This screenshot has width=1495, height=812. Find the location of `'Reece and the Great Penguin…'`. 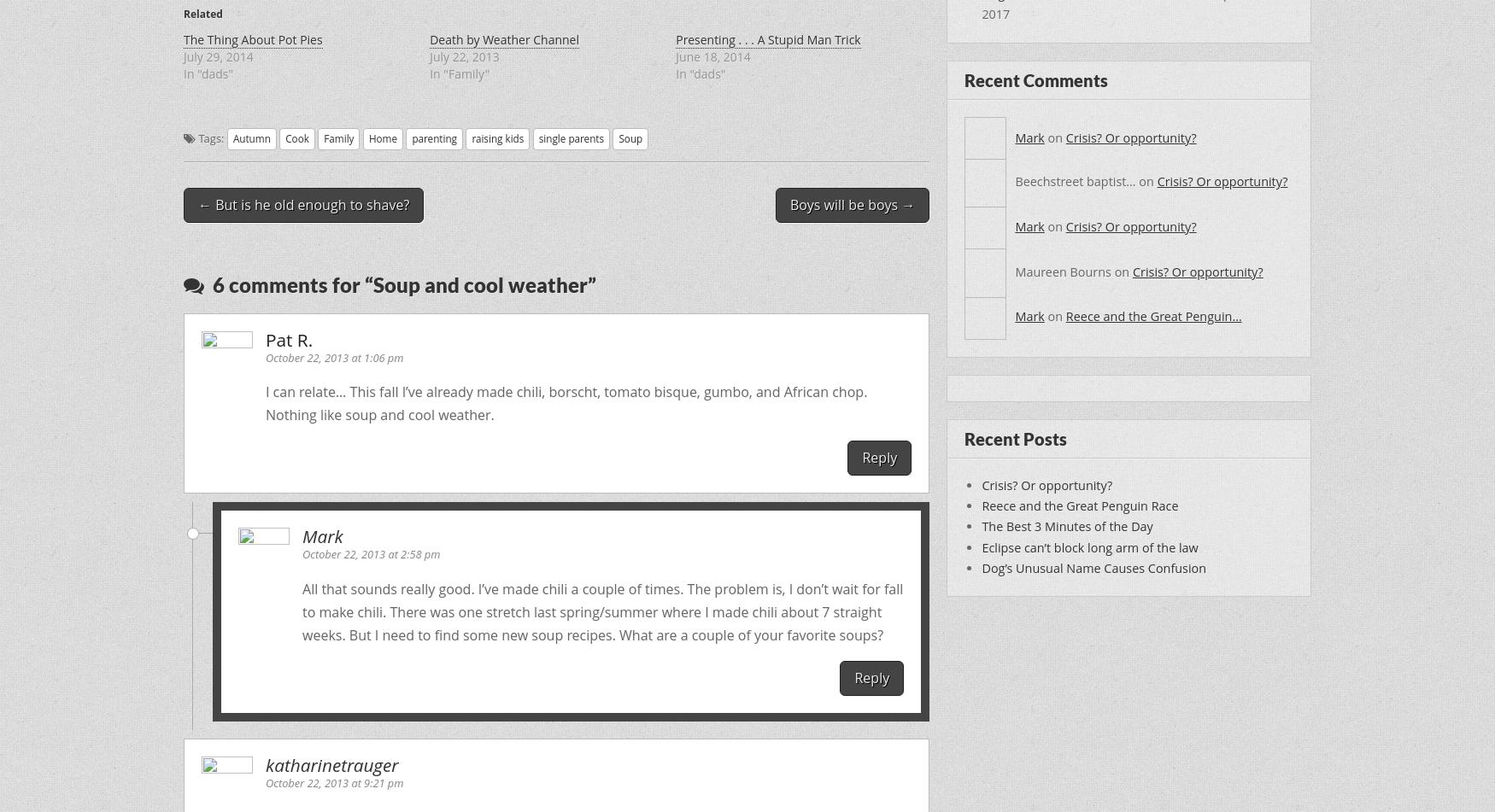

'Reece and the Great Penguin…' is located at coordinates (1152, 316).